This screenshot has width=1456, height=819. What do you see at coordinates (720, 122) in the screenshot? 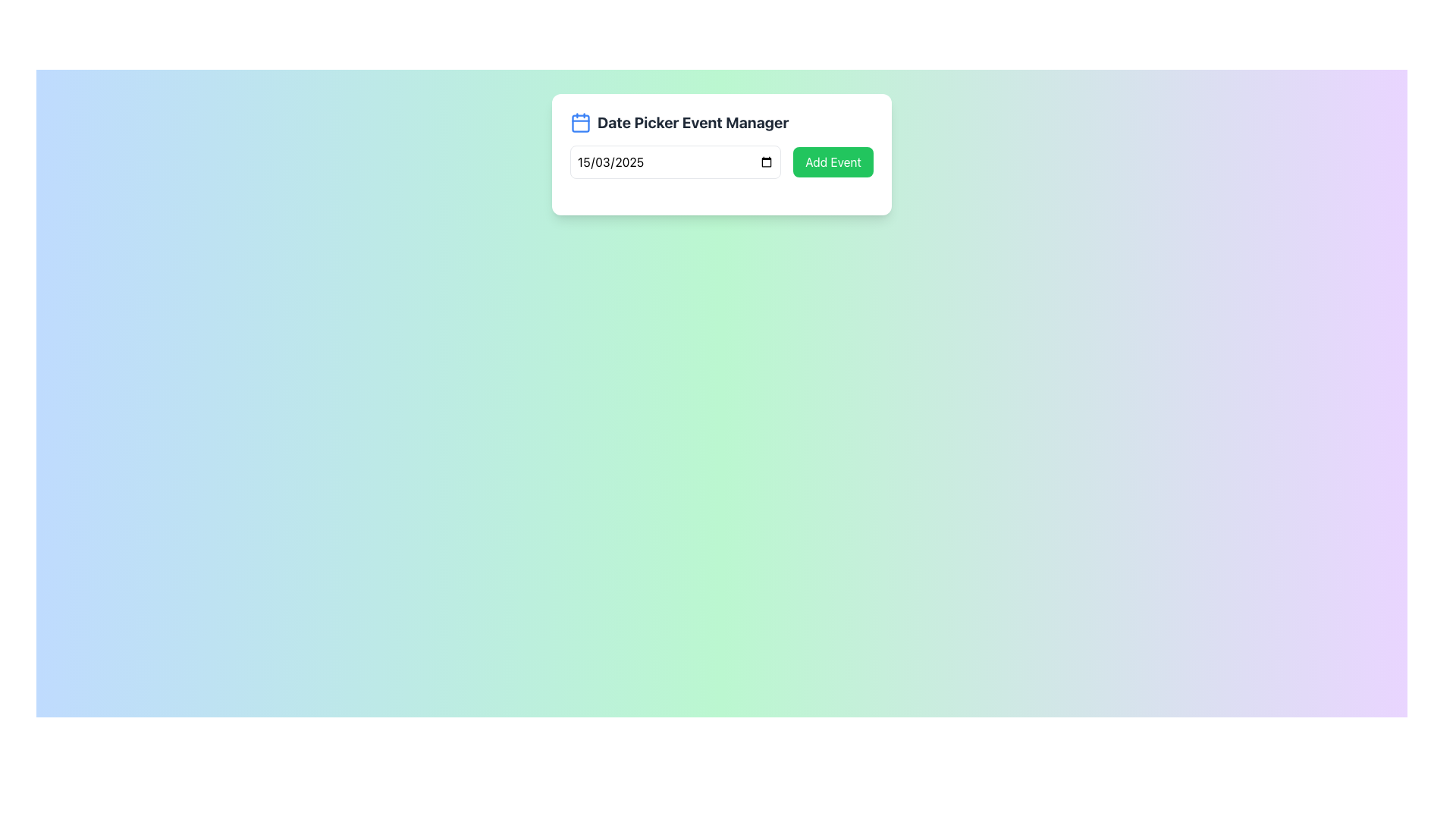
I see `the header text element labeled 'Date Picker Event Manager' with a blue calendar icon on the left` at bounding box center [720, 122].